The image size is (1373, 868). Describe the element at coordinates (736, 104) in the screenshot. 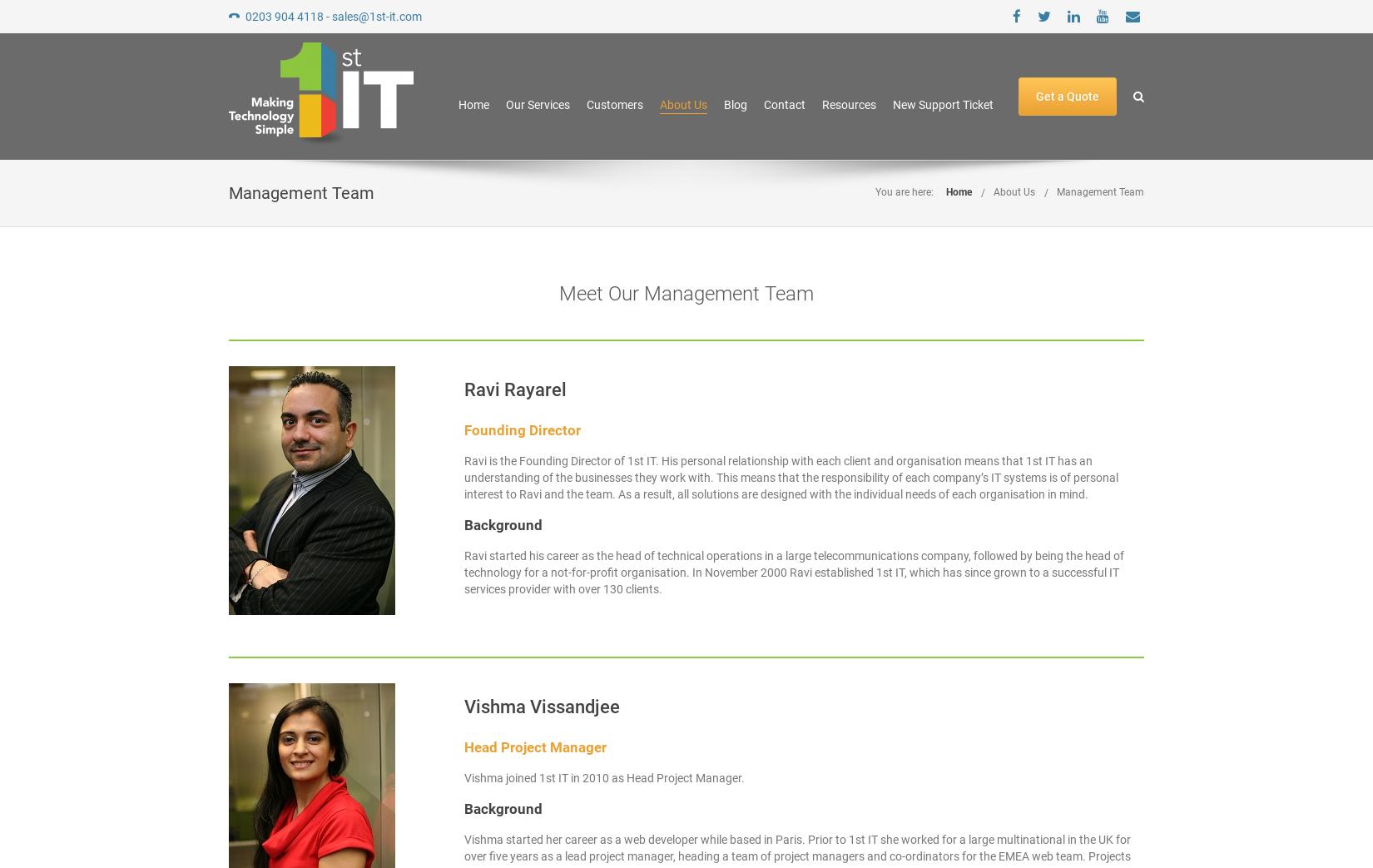

I see `'Blog'` at that location.